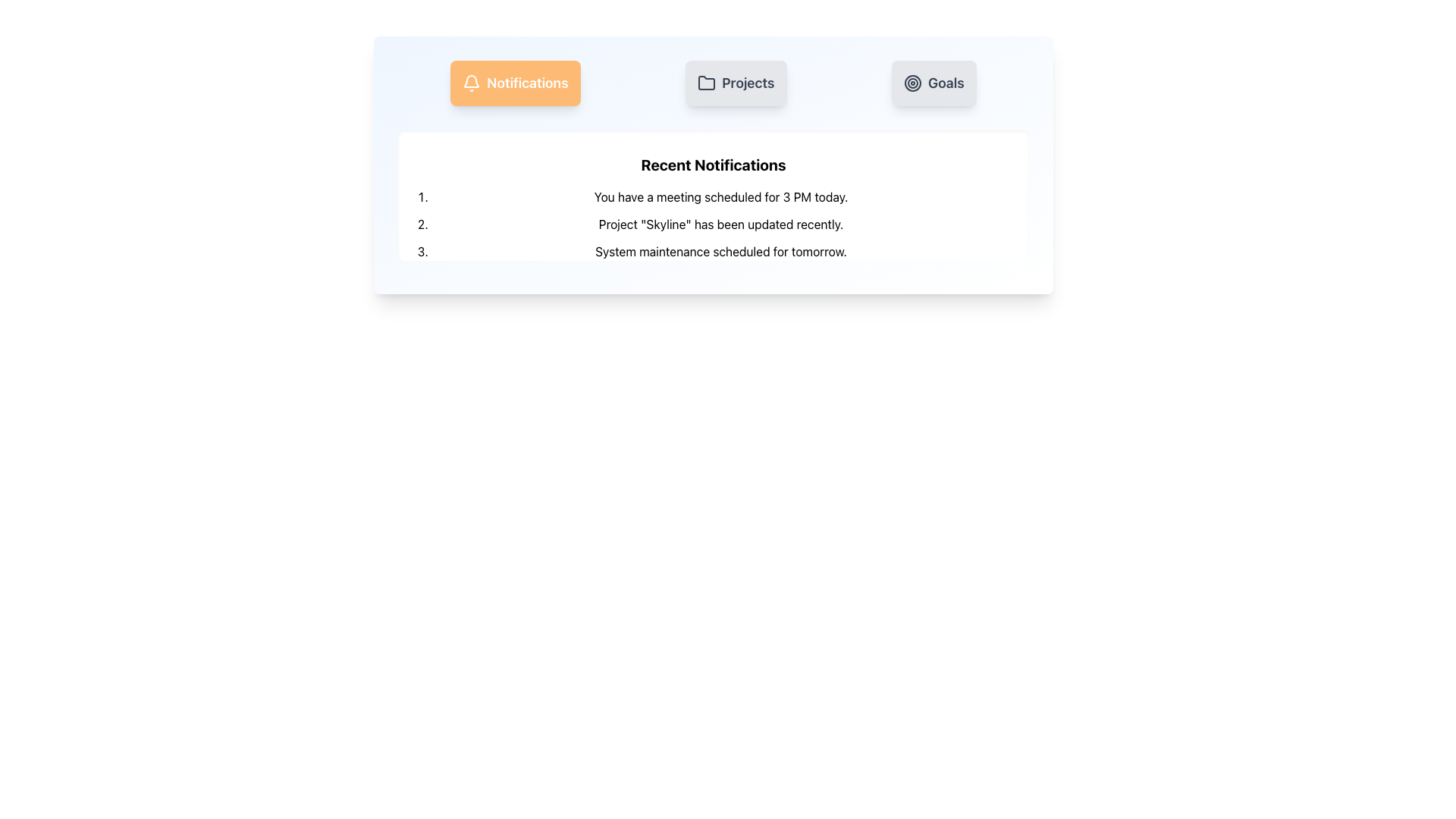  What do you see at coordinates (706, 83) in the screenshot?
I see `the folder icon with a minimalist outline located to the left of the text 'Projects'` at bounding box center [706, 83].